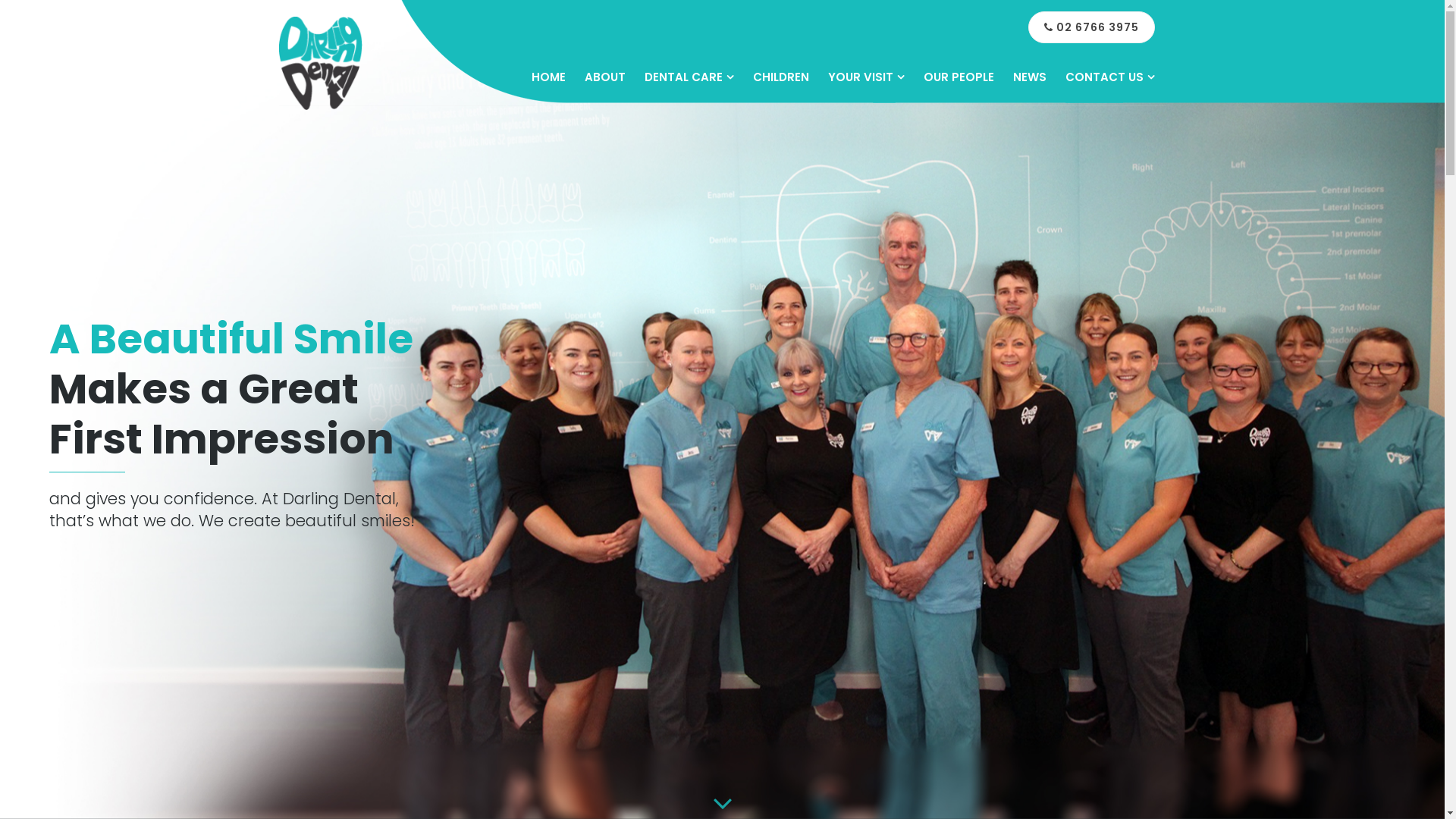  I want to click on 'YOUR VISIT', so click(866, 77).